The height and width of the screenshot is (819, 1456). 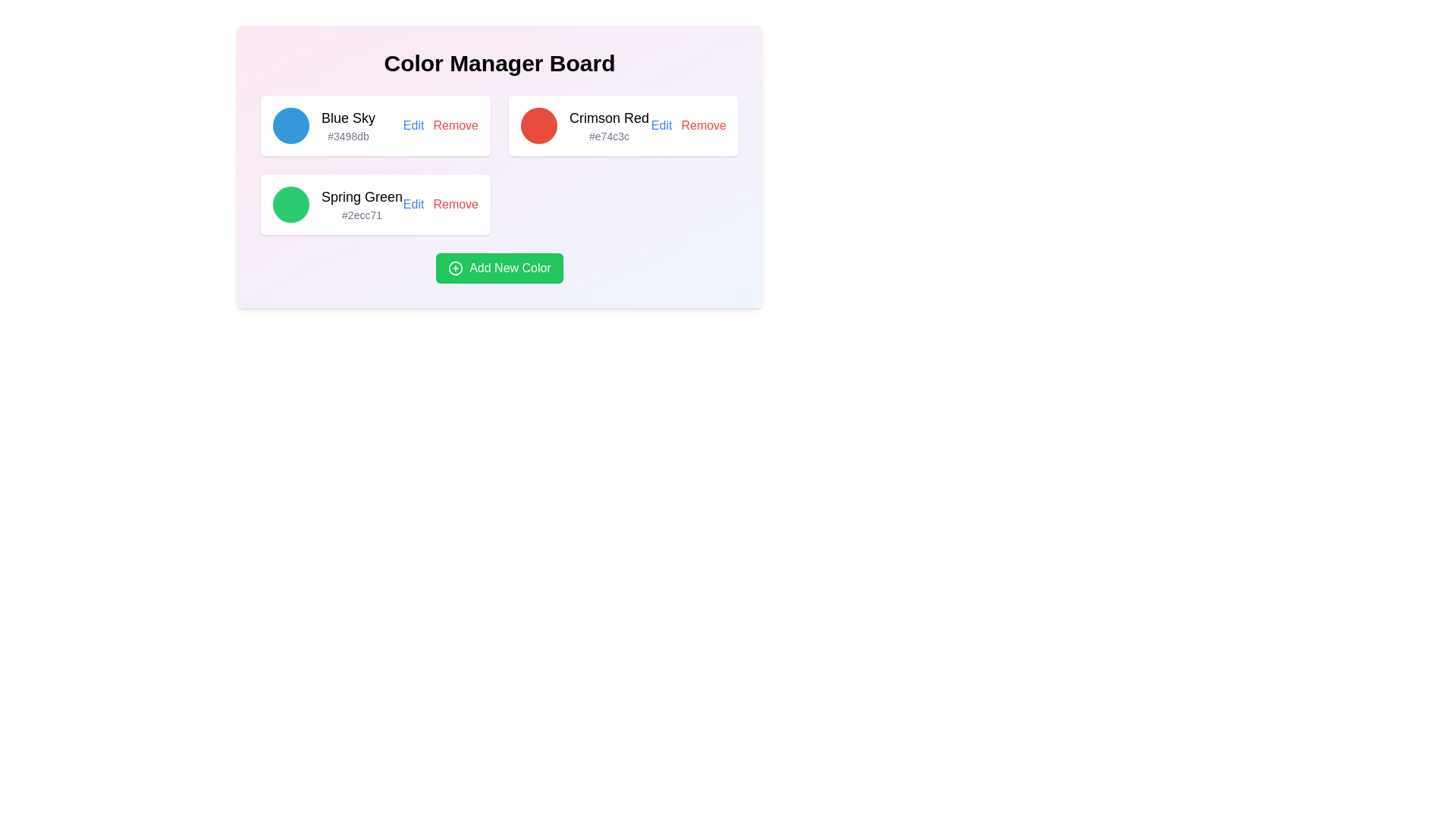 What do you see at coordinates (455, 268) in the screenshot?
I see `the icon located at the left side of the 'Add New Color' button in the lower section of the color management panel to trigger any state change` at bounding box center [455, 268].